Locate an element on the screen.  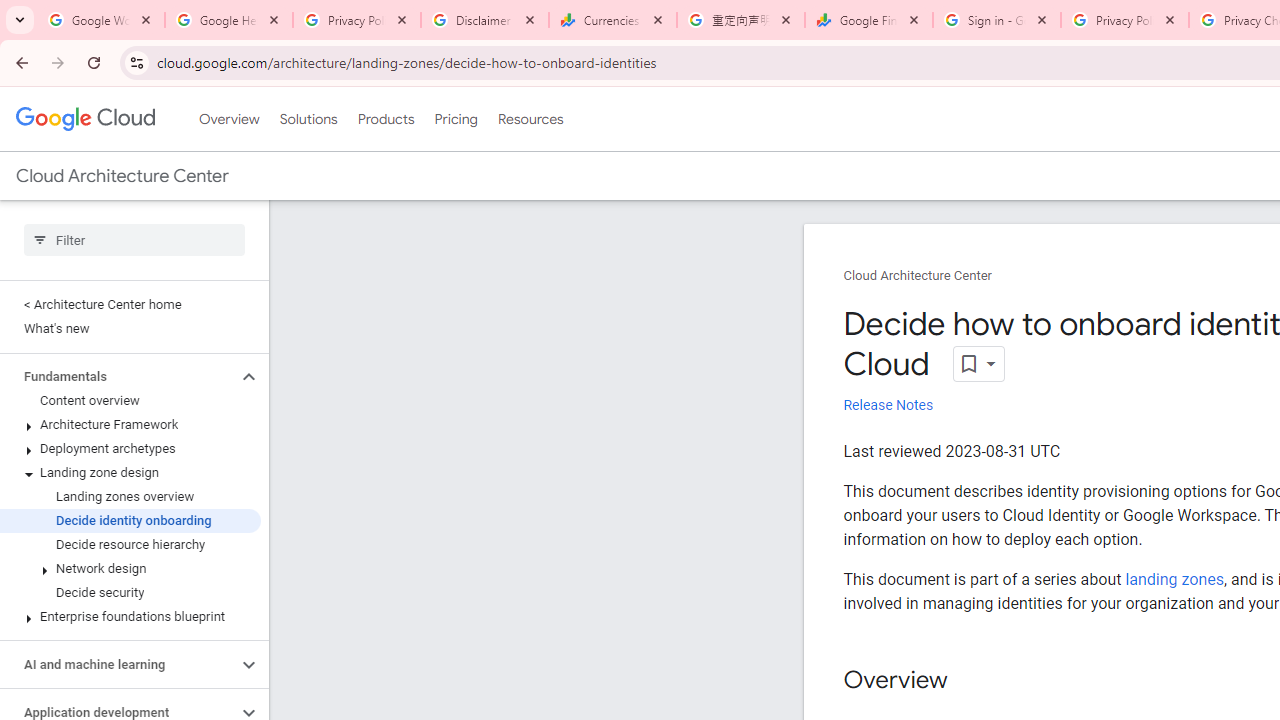
'Open dropdown' is located at coordinates (978, 364).